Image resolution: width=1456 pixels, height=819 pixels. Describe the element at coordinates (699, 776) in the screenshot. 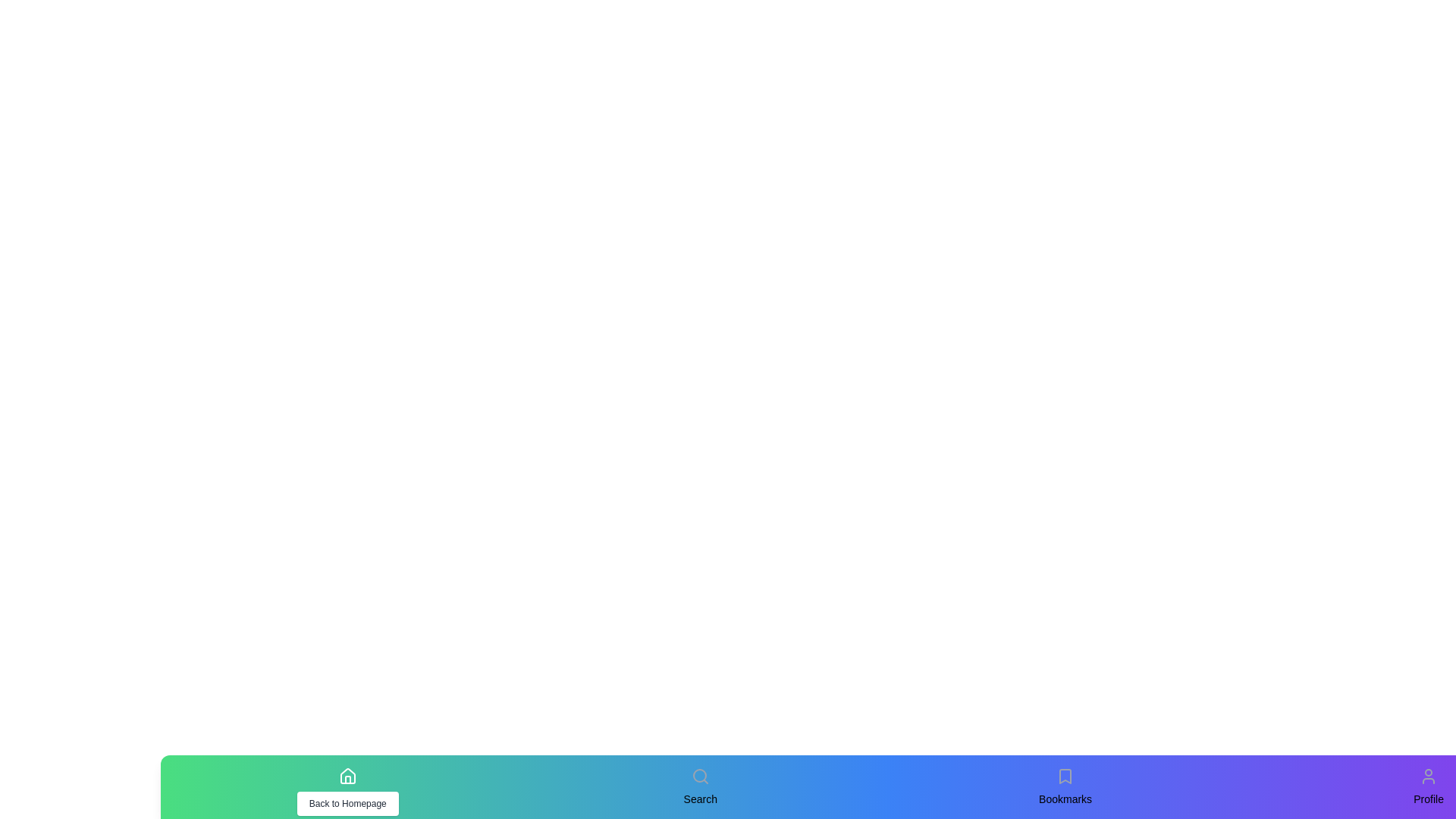

I see `the icon corresponding to Search to test its hover effect` at that location.